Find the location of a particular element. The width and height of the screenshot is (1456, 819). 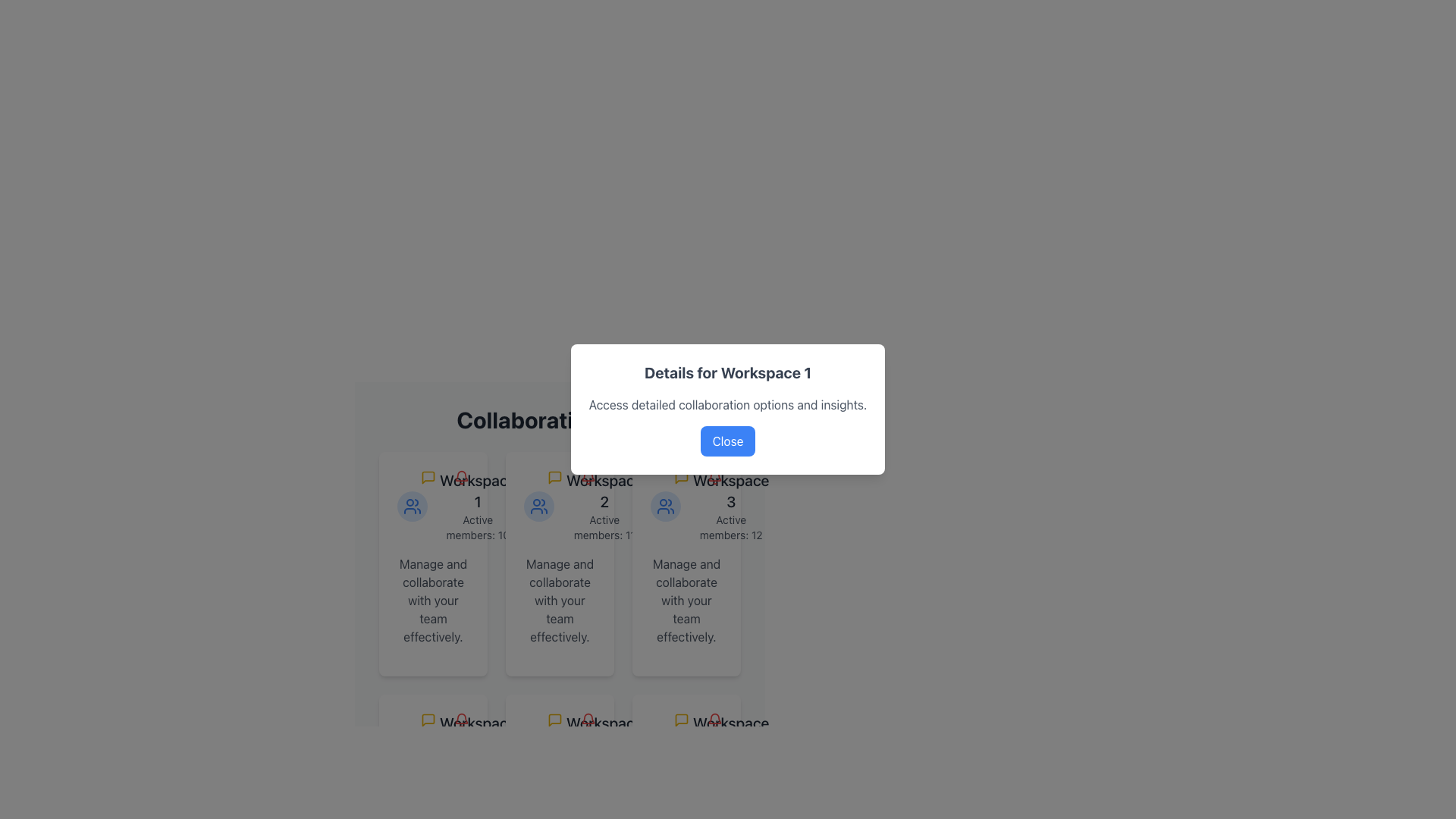

the red bell icon in the Action Icon Group located at the top-right corner of the 'Workspace 4' panel is located at coordinates (444, 719).